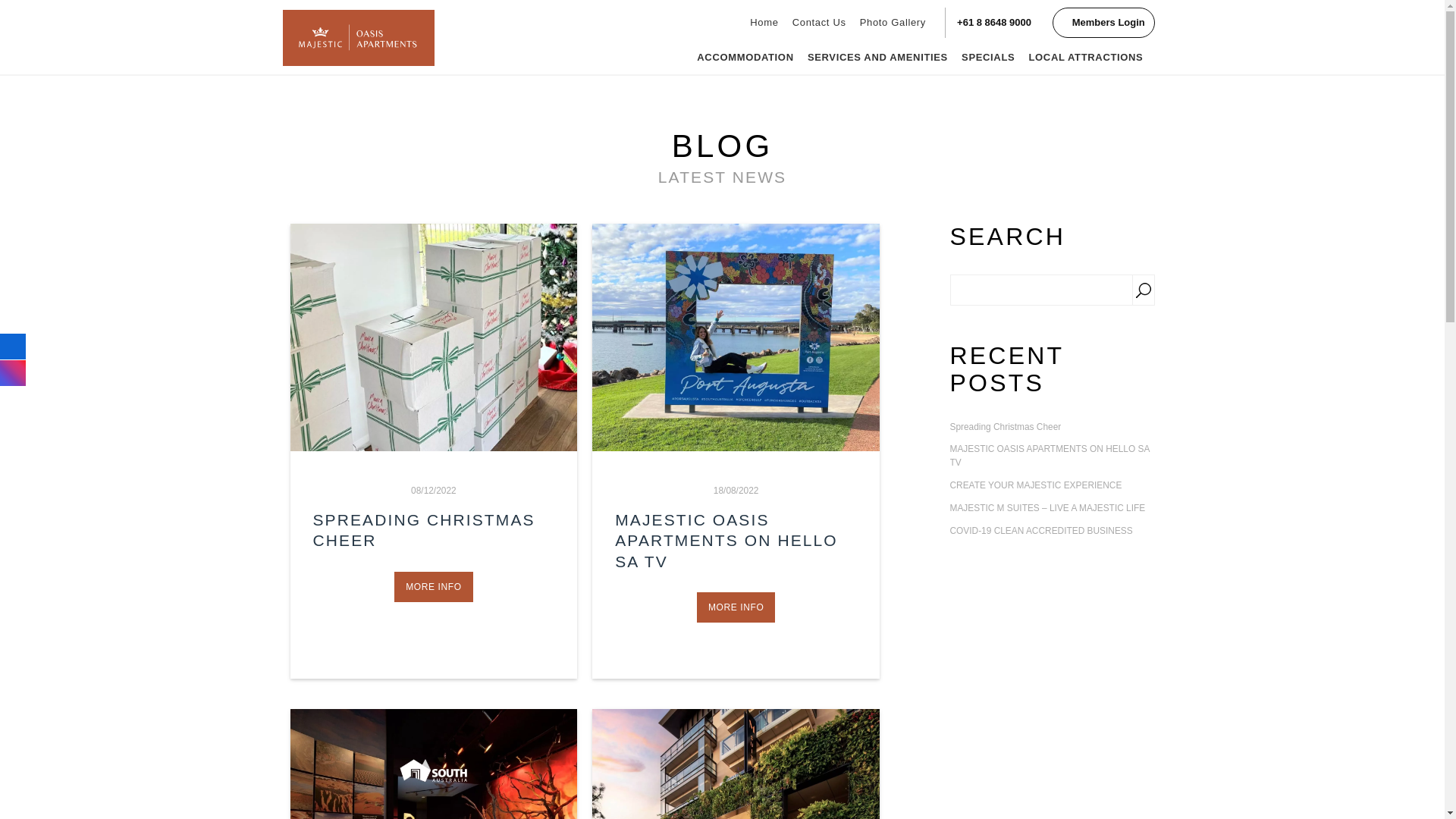 The height and width of the screenshot is (819, 1456). Describe the element at coordinates (736, 491) in the screenshot. I see `'18/08/2022'` at that location.